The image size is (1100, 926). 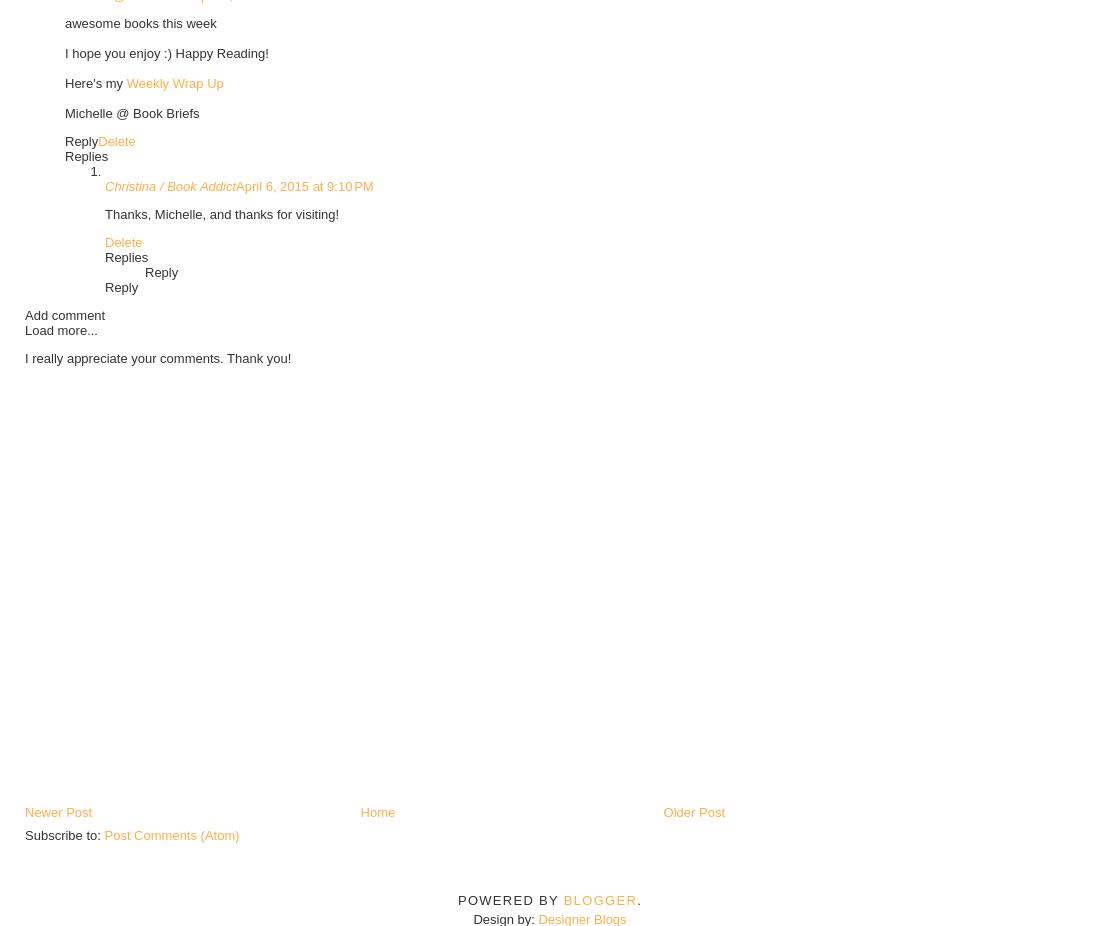 What do you see at coordinates (156, 357) in the screenshot?
I see `'I really appreciate your comments.  Thank you!'` at bounding box center [156, 357].